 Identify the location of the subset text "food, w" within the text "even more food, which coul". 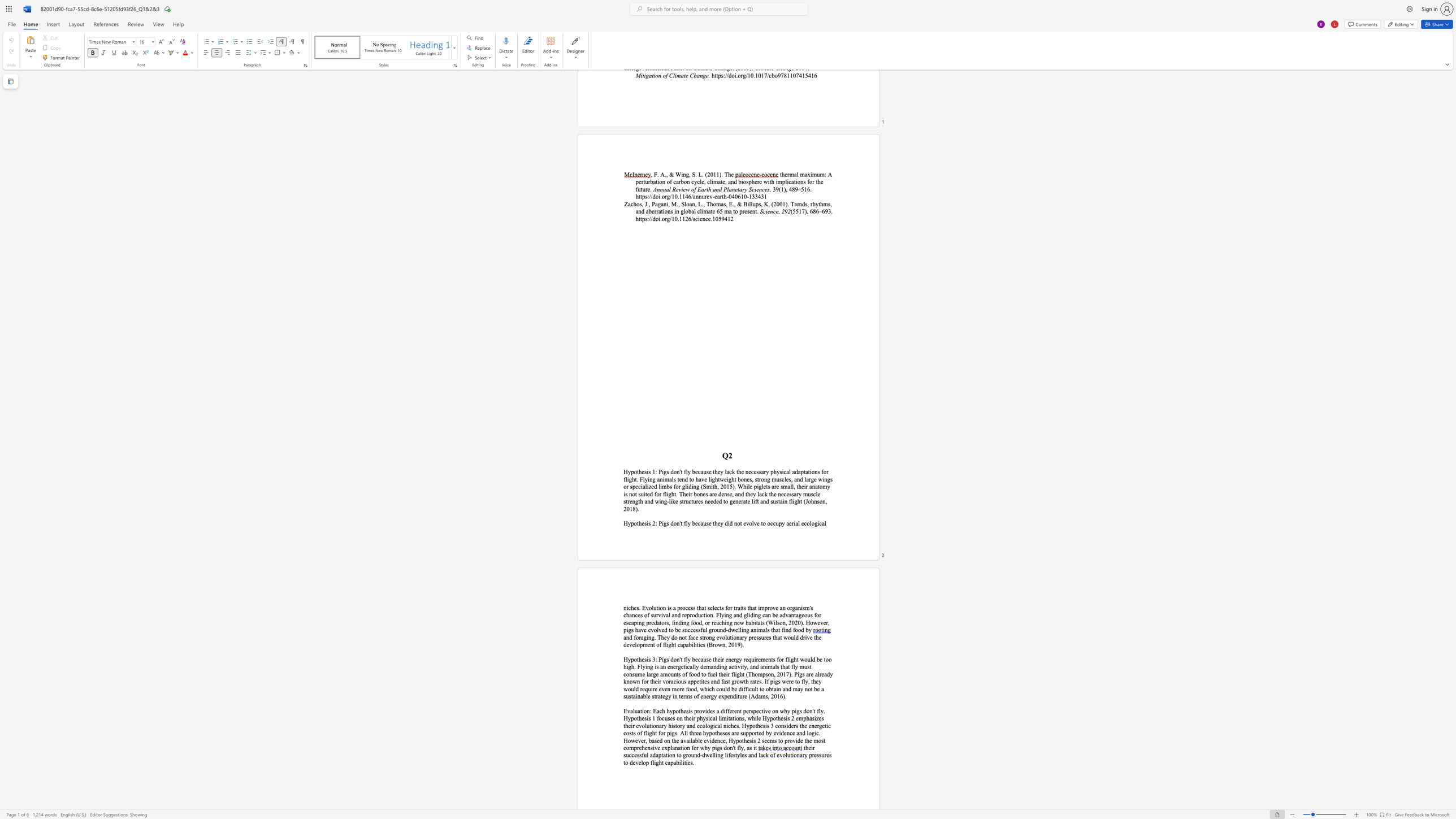
(686, 689).